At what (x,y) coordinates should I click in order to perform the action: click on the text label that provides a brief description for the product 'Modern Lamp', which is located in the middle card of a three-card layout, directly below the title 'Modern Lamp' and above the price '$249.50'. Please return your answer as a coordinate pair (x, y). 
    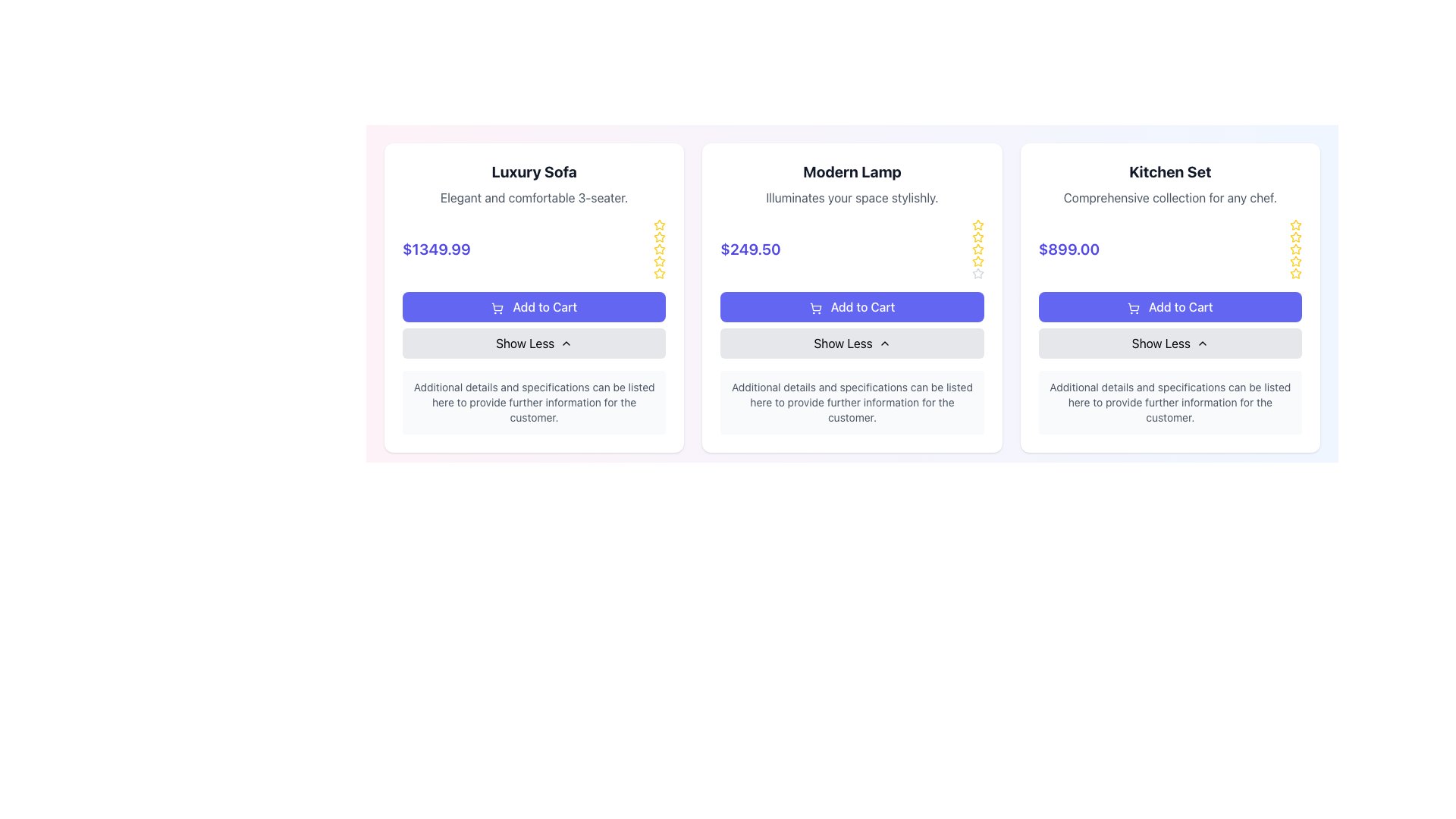
    Looking at the image, I should click on (852, 197).